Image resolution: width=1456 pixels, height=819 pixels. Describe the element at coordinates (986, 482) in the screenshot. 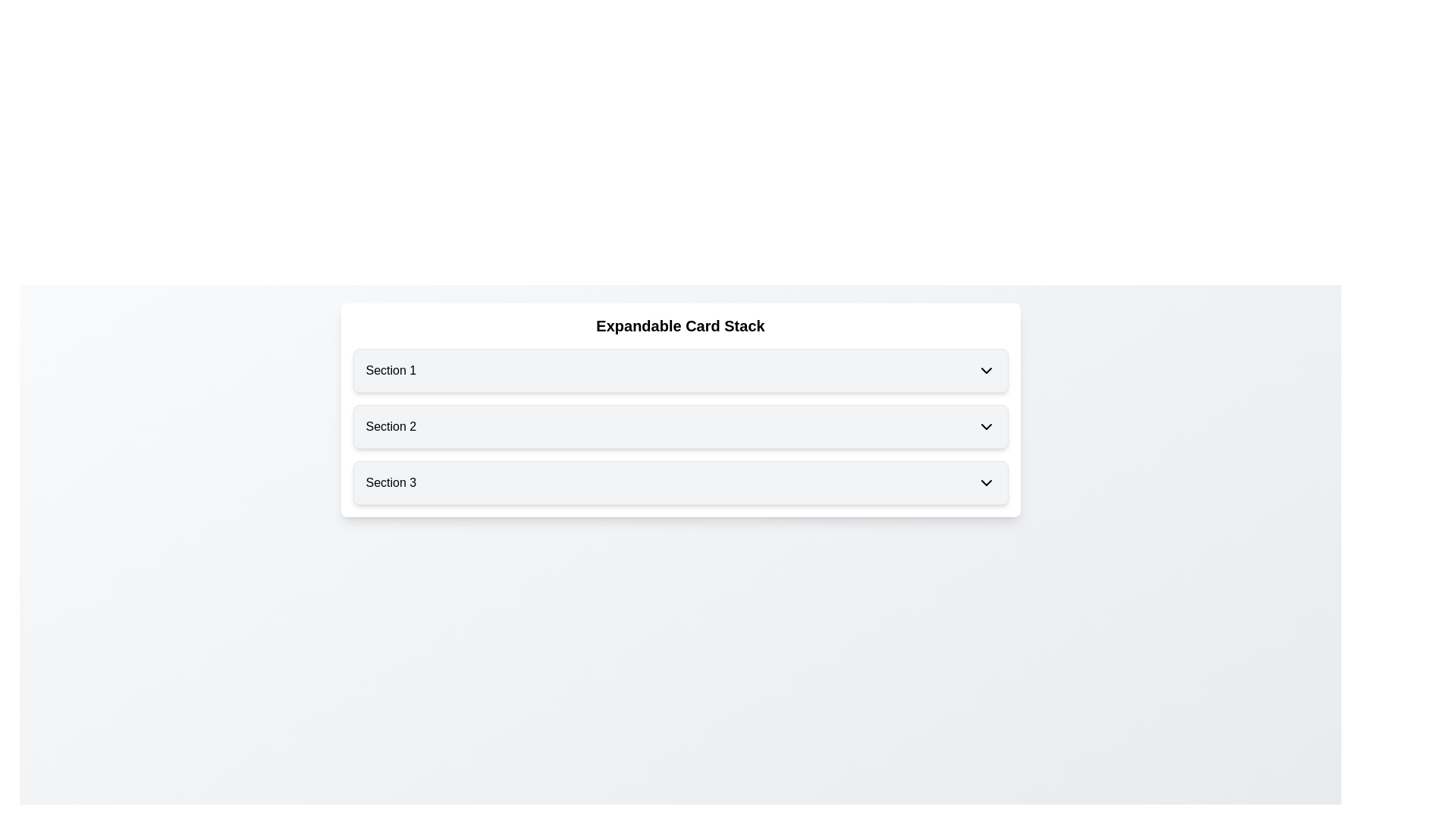

I see `the chevron icon located in the third section labeled 'Section 3'` at that location.